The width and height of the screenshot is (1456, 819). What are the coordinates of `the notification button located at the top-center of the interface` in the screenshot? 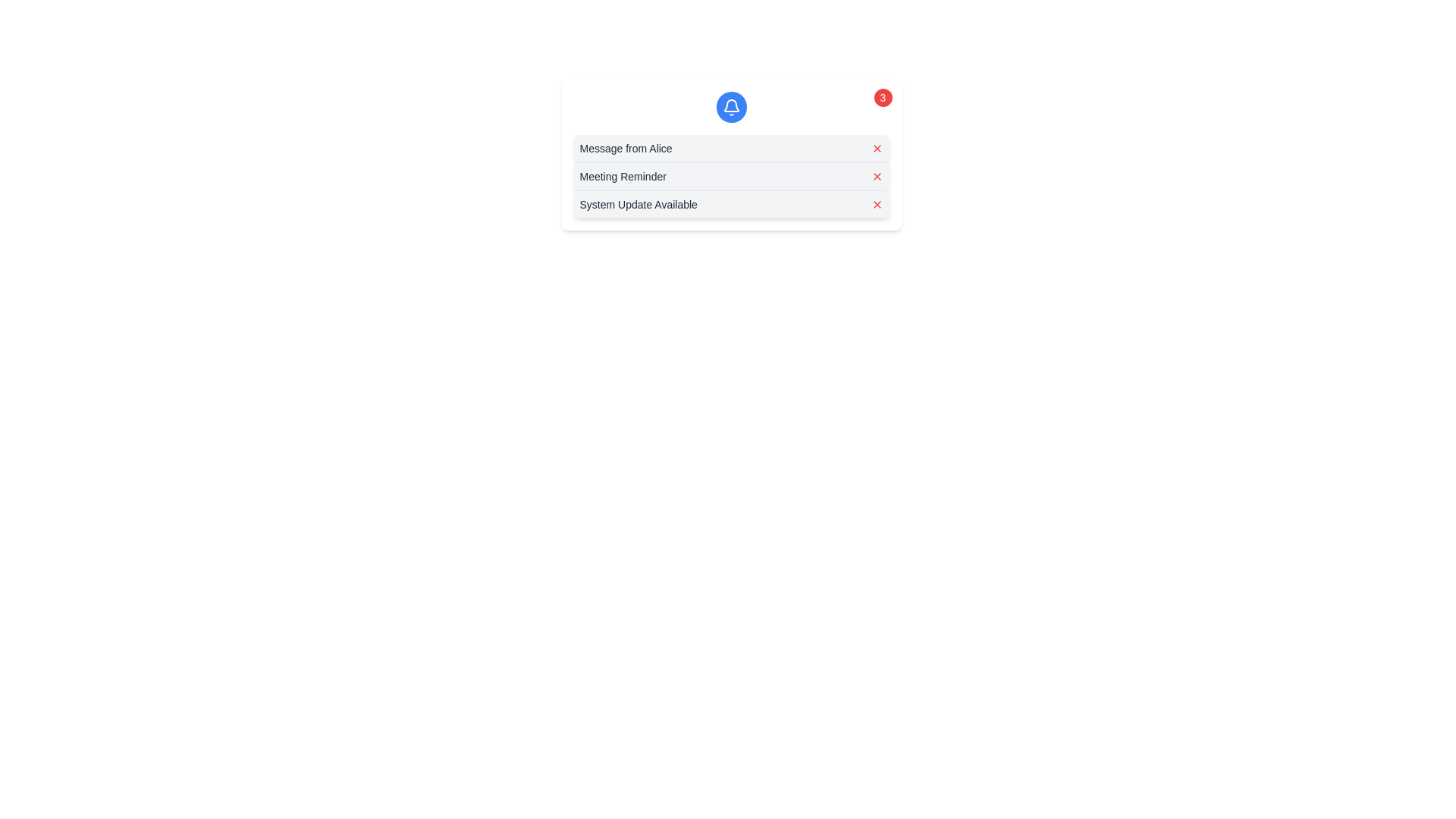 It's located at (731, 106).